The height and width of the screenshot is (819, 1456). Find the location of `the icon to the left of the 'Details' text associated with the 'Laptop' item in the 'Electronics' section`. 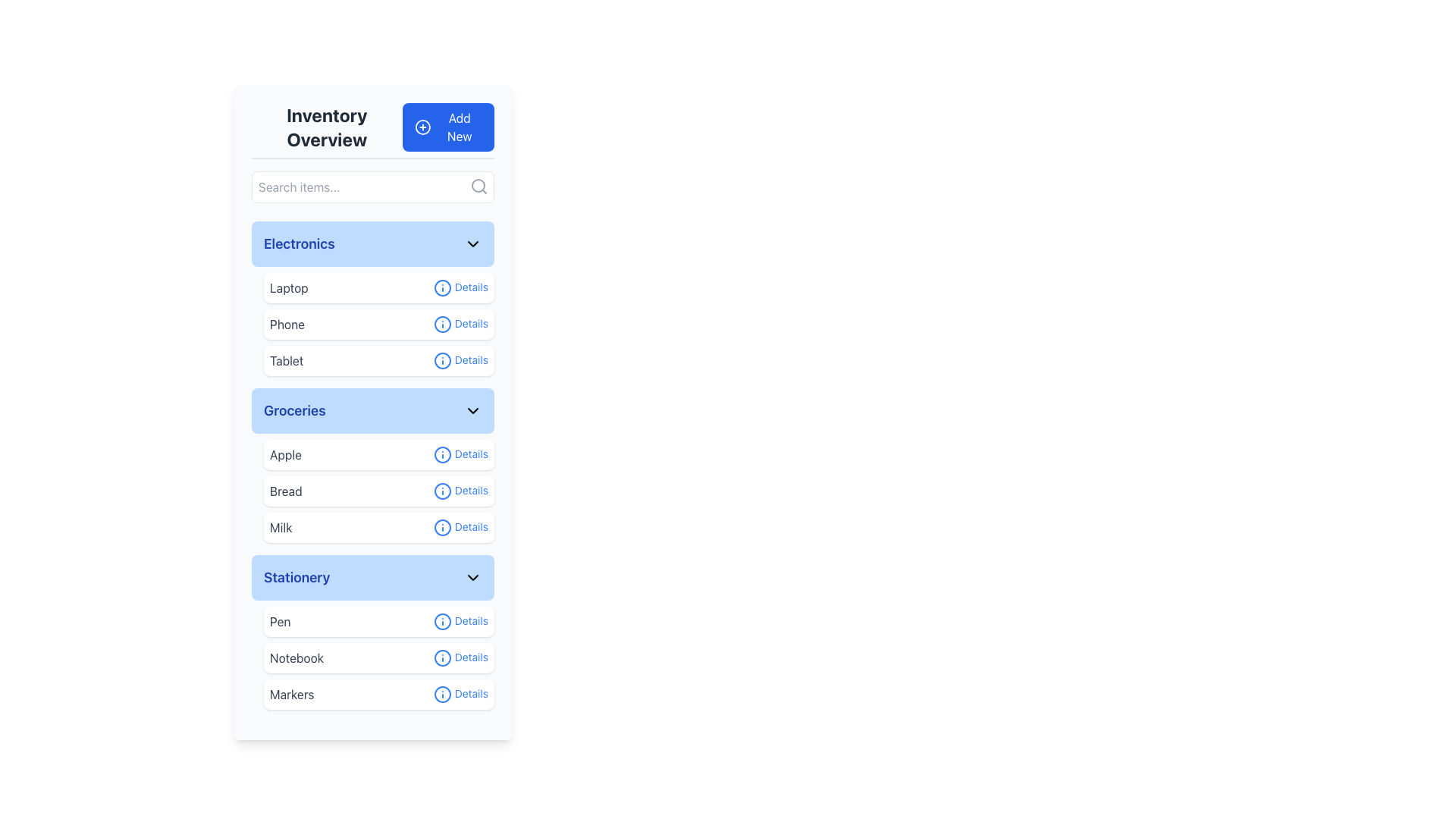

the icon to the left of the 'Details' text associated with the 'Laptop' item in the 'Electronics' section is located at coordinates (441, 288).